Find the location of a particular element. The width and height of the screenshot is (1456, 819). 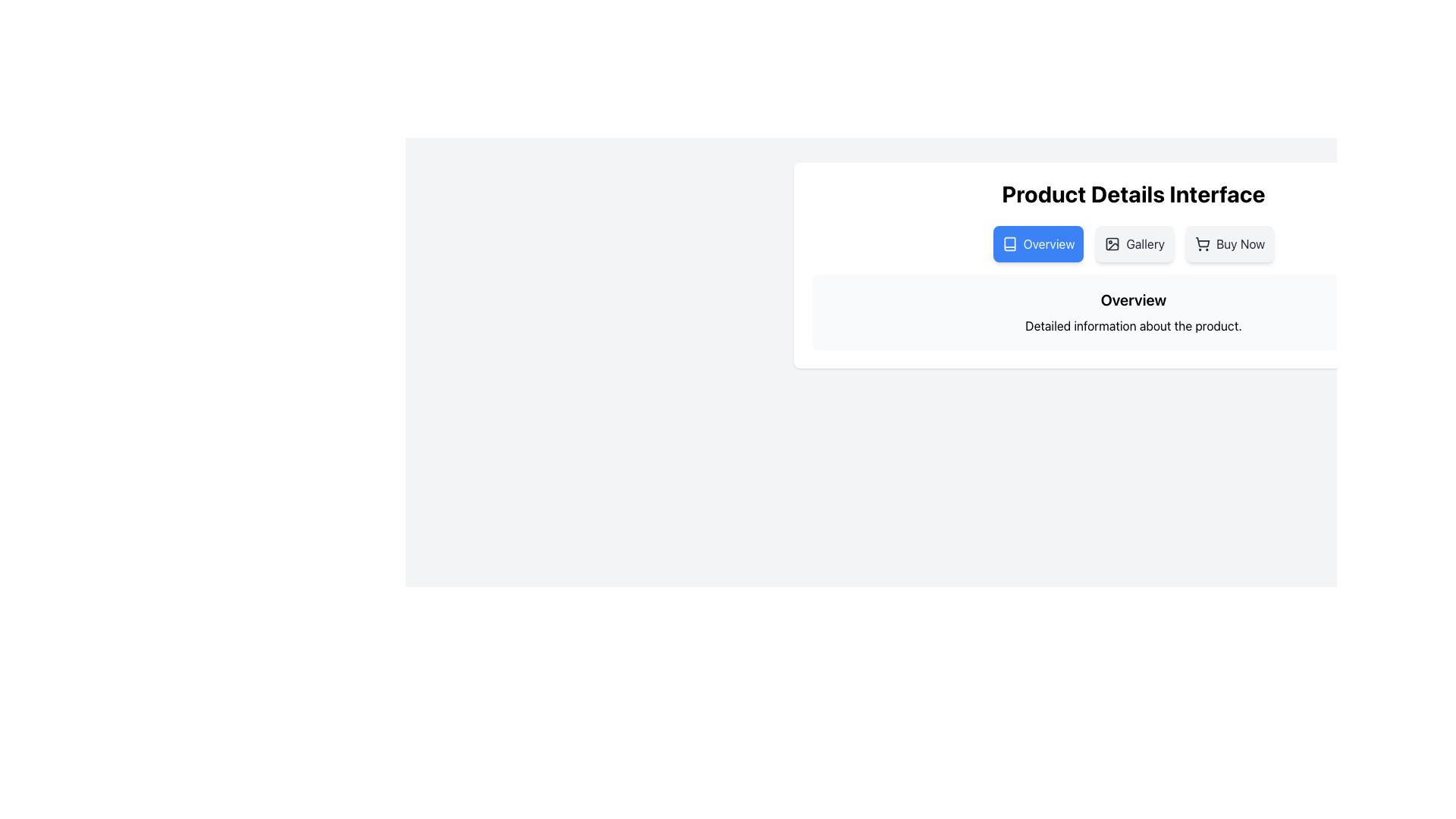

the minimalistic image icon located centrally within the 'Gallery' button, which features a rectangle with rounded corners, a circle in the top-left corner, and an irregular line resembling a mountain or zigzag pattern is located at coordinates (1112, 243).